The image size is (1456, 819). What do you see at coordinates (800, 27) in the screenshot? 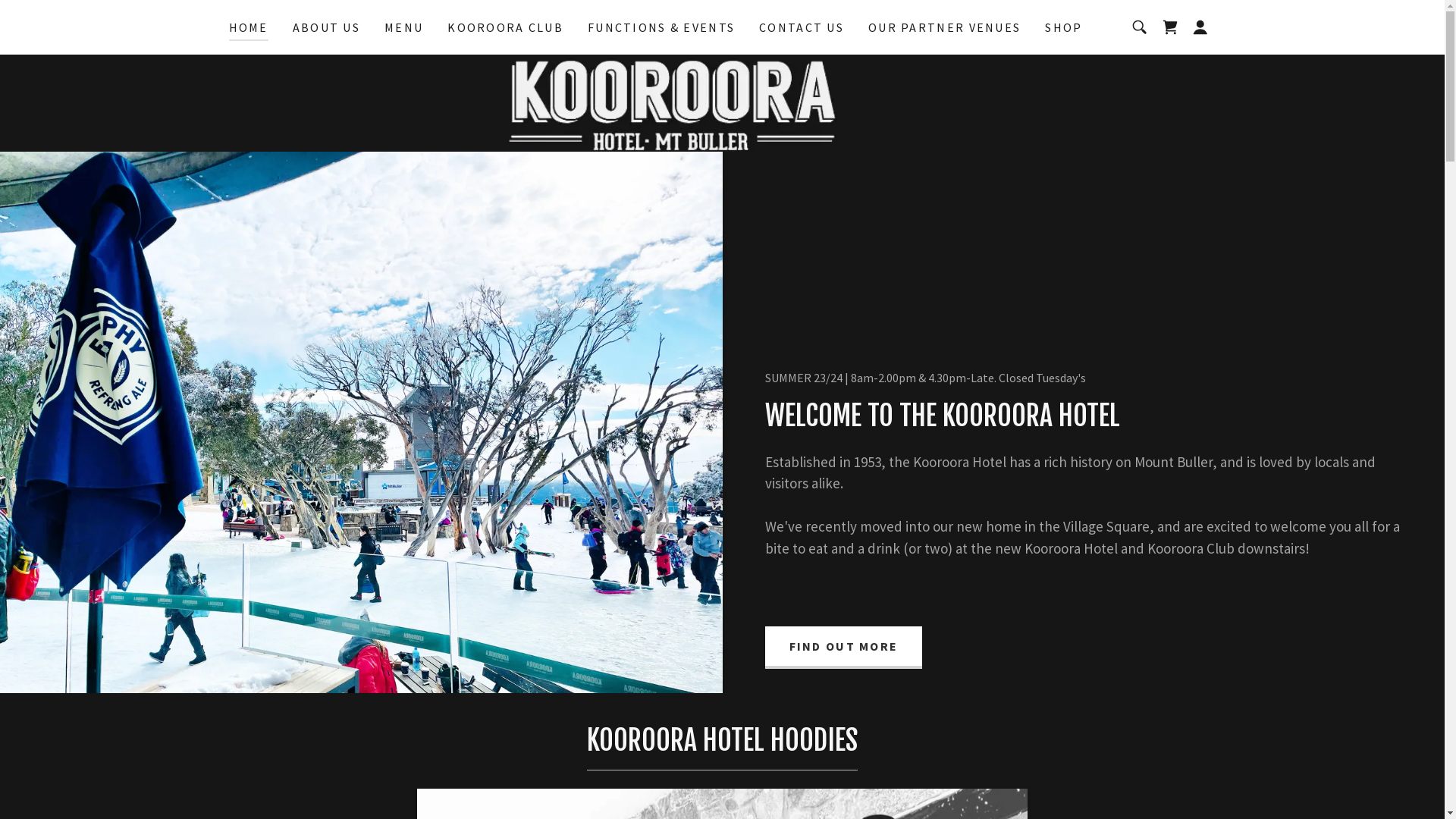
I see `'CONTACT US'` at bounding box center [800, 27].